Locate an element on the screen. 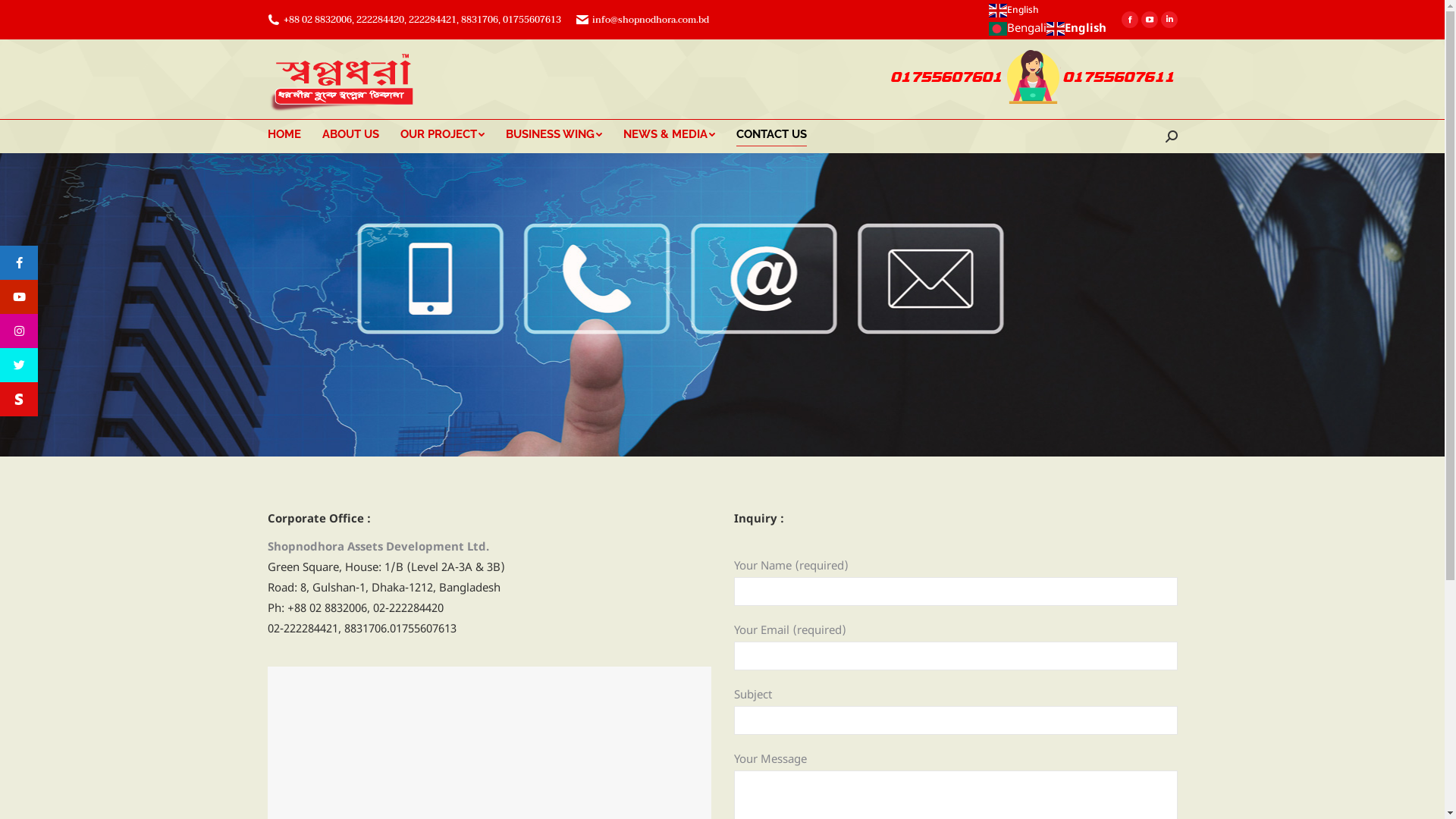 This screenshot has height=819, width=1456. 'NEWS & MEDIA' is located at coordinates (679, 133).